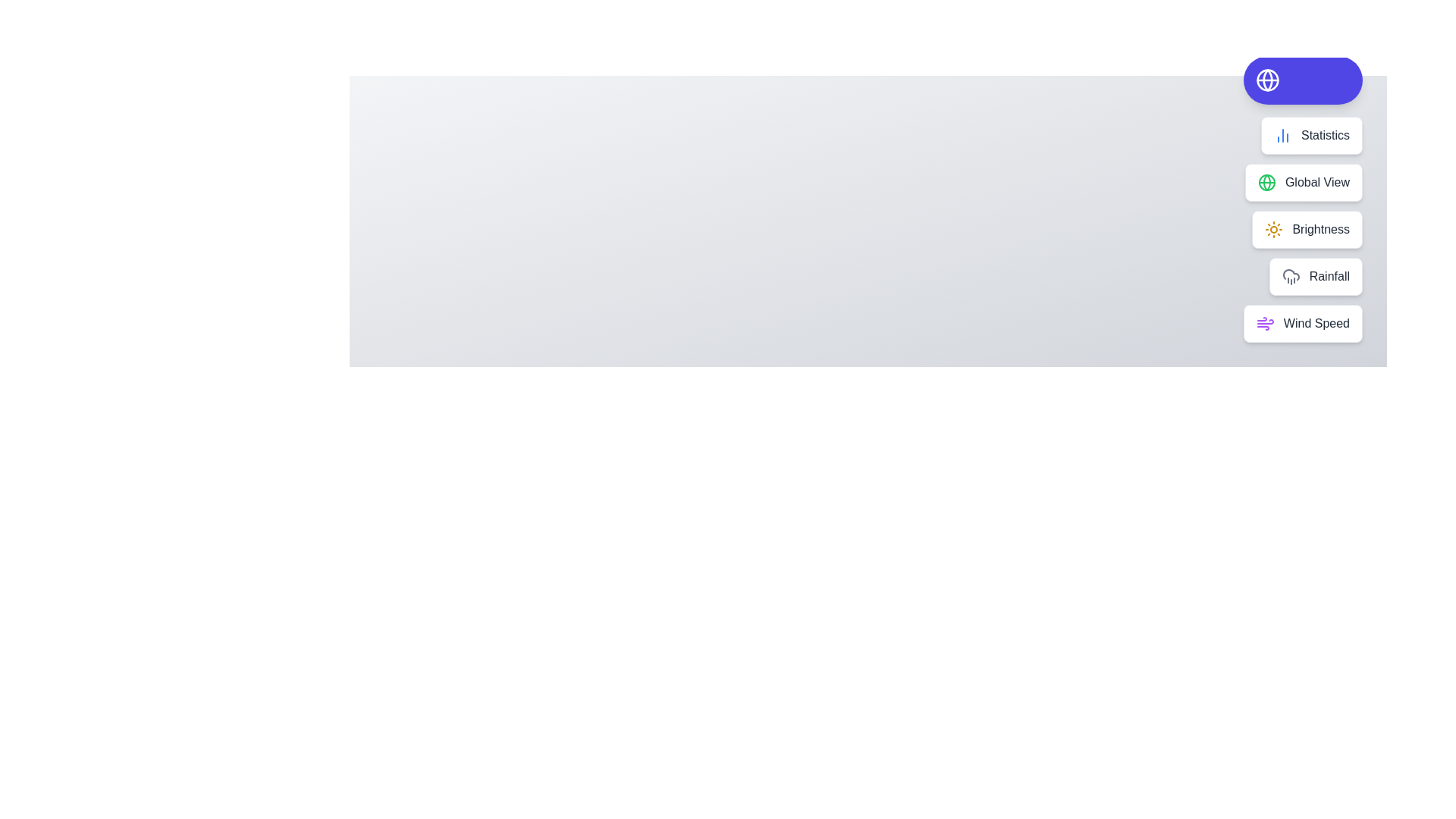 This screenshot has height=819, width=1456. Describe the element at coordinates (1303, 181) in the screenshot. I see `the action Global View from the speed dial` at that location.